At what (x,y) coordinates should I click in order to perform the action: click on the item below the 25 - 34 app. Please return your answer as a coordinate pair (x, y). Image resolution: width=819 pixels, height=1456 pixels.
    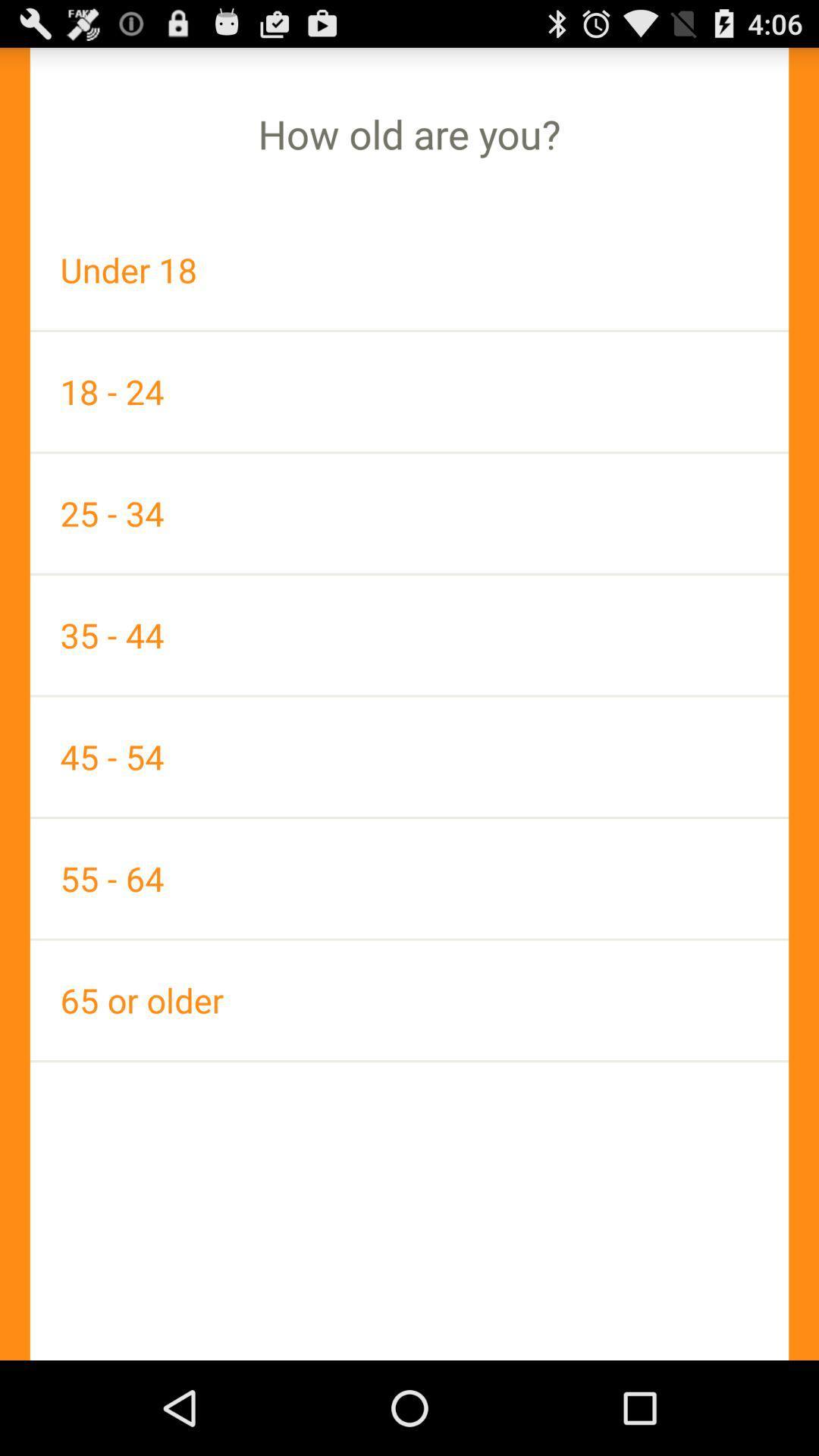
    Looking at the image, I should click on (409, 635).